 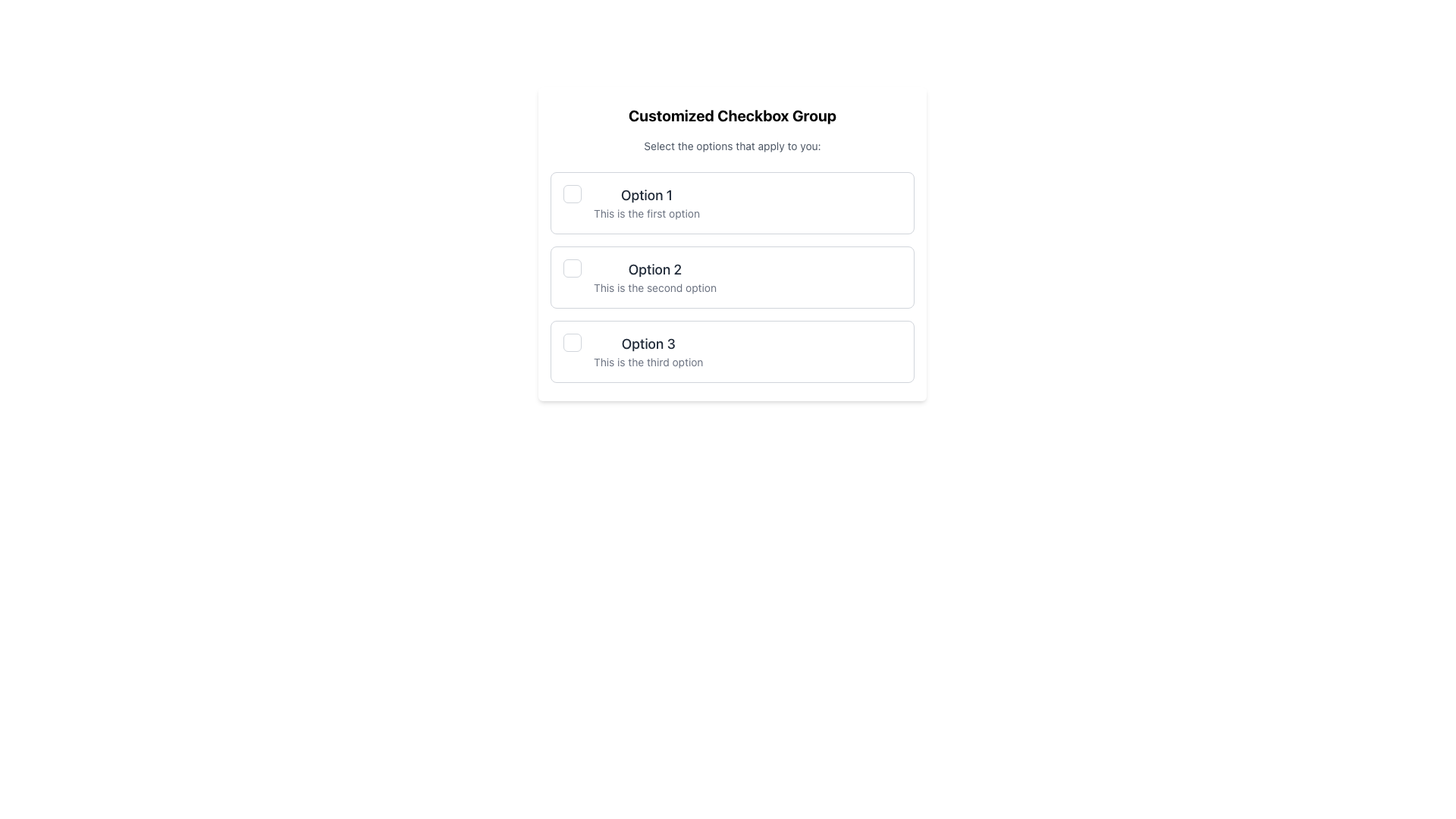 I want to click on the grouped interactive section containing checkbox elements, so click(x=732, y=243).